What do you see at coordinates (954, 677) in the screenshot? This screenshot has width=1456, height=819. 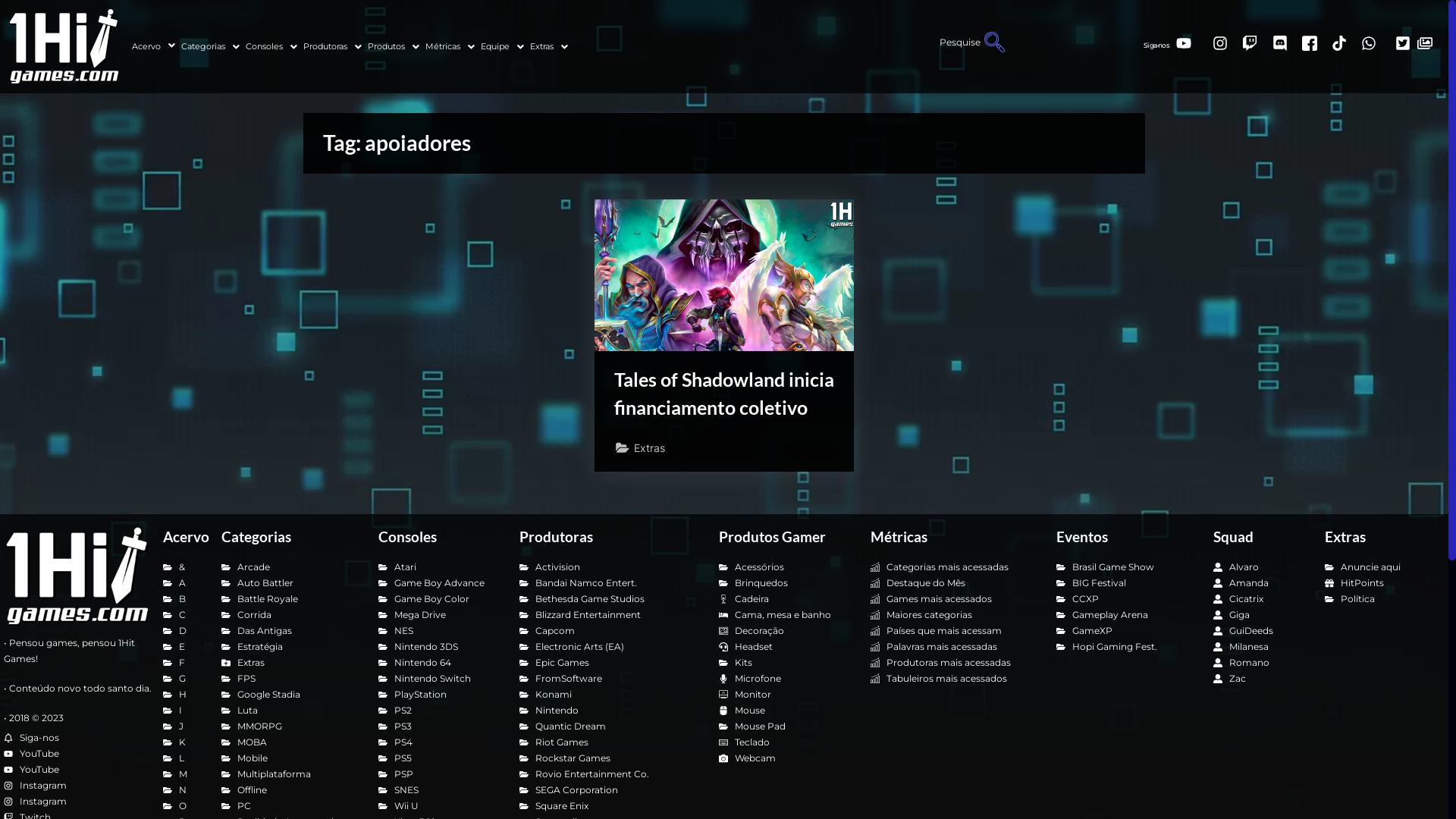 I see `'Tabuleiros mais acessados'` at bounding box center [954, 677].